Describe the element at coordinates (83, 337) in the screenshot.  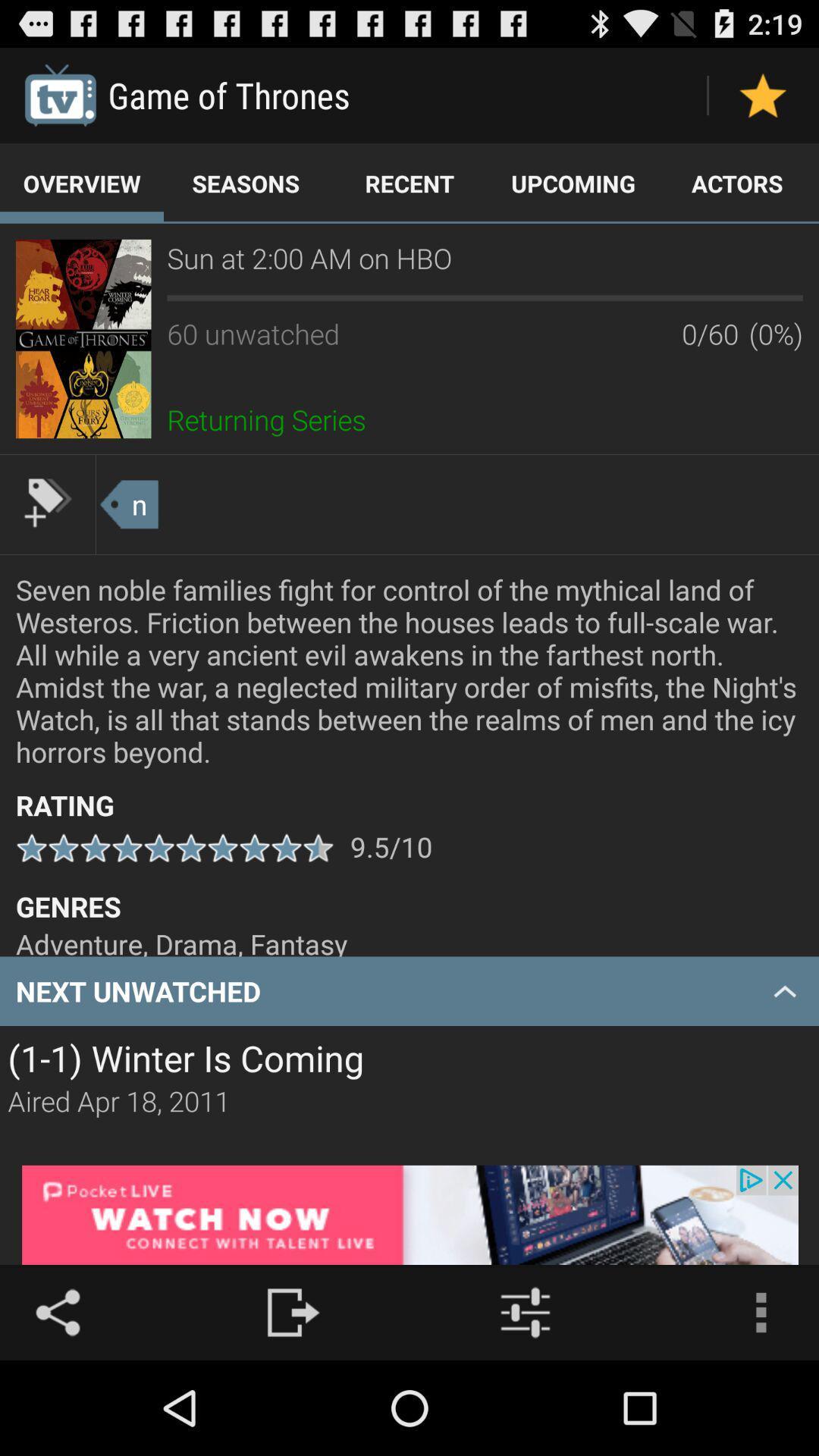
I see `game of thrones series cover art` at that location.